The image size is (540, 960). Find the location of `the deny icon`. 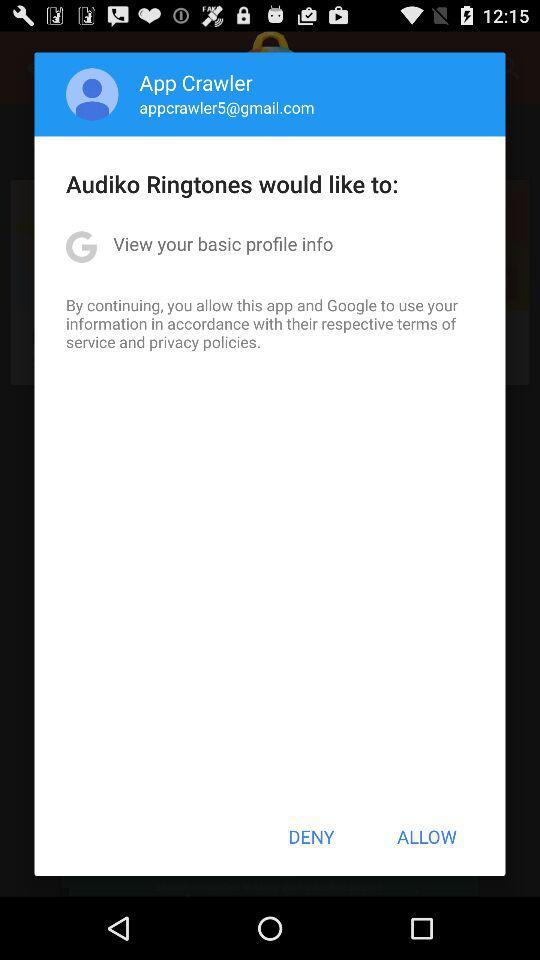

the deny icon is located at coordinates (311, 836).